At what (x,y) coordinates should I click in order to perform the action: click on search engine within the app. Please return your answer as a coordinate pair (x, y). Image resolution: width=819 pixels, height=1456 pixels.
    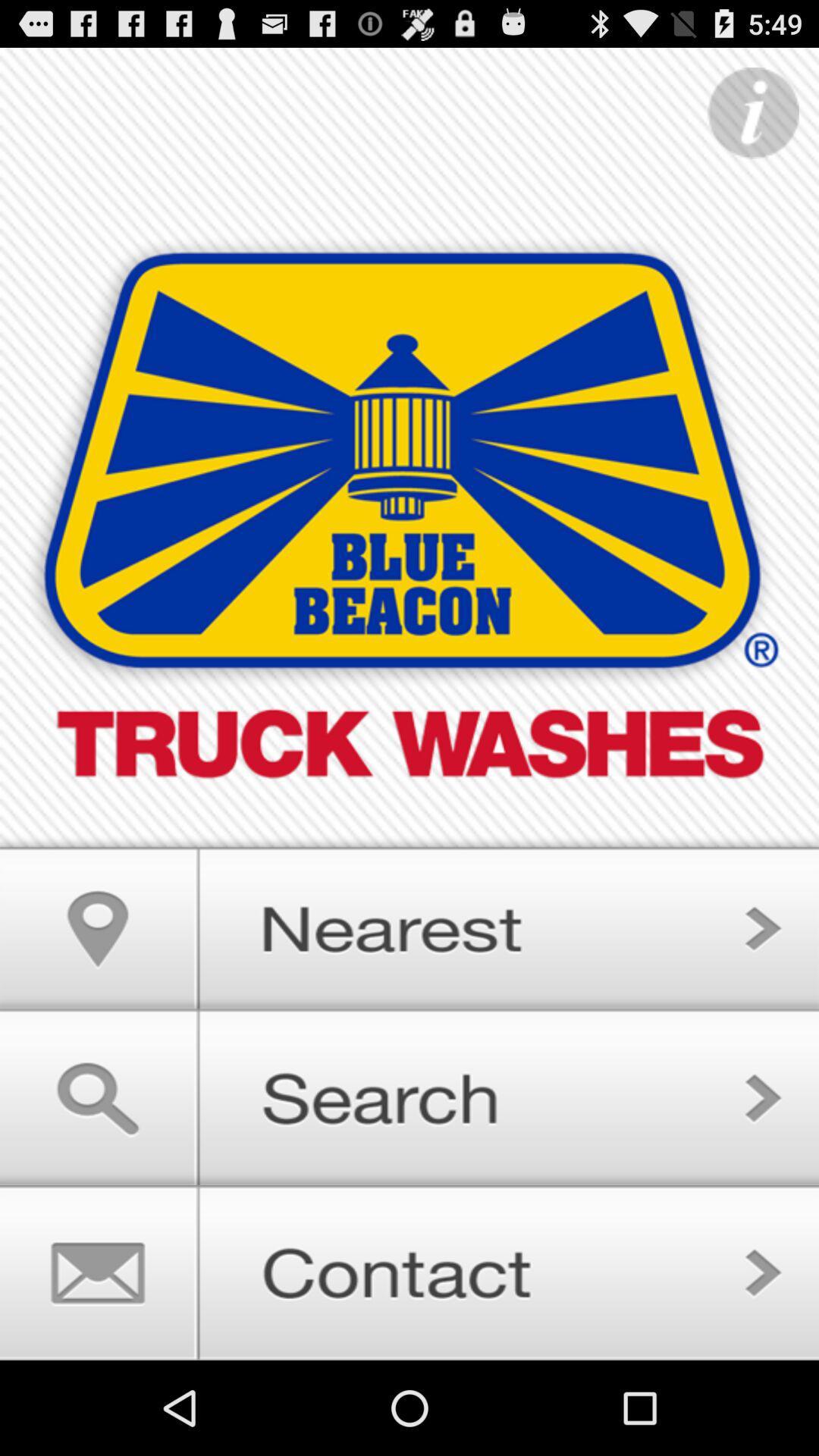
    Looking at the image, I should click on (409, 1097).